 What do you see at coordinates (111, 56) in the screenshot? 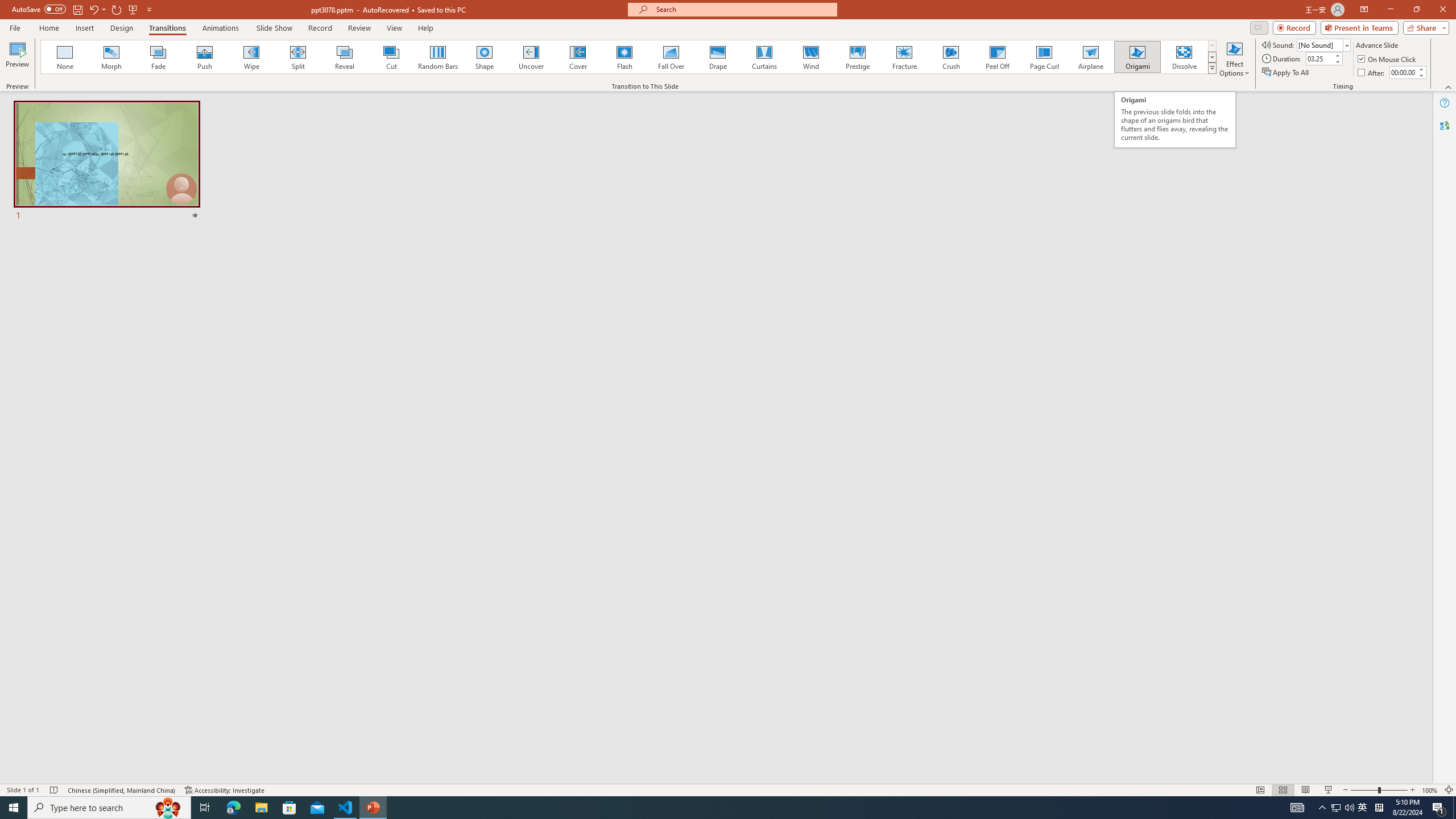
I see `'Morph'` at bounding box center [111, 56].